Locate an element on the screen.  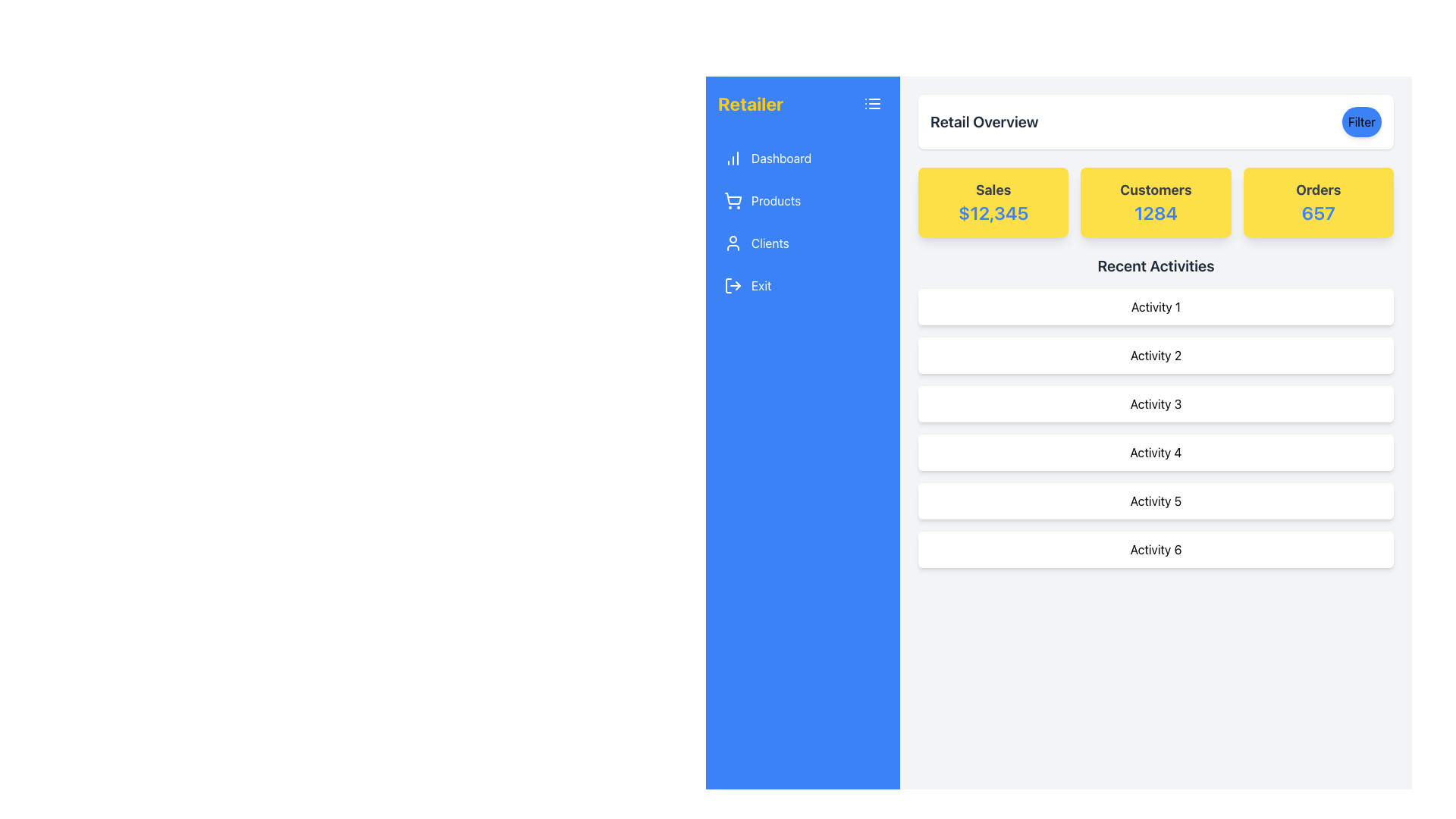
the button located at the top-right corner of the blue sidebar panel is located at coordinates (873, 103).